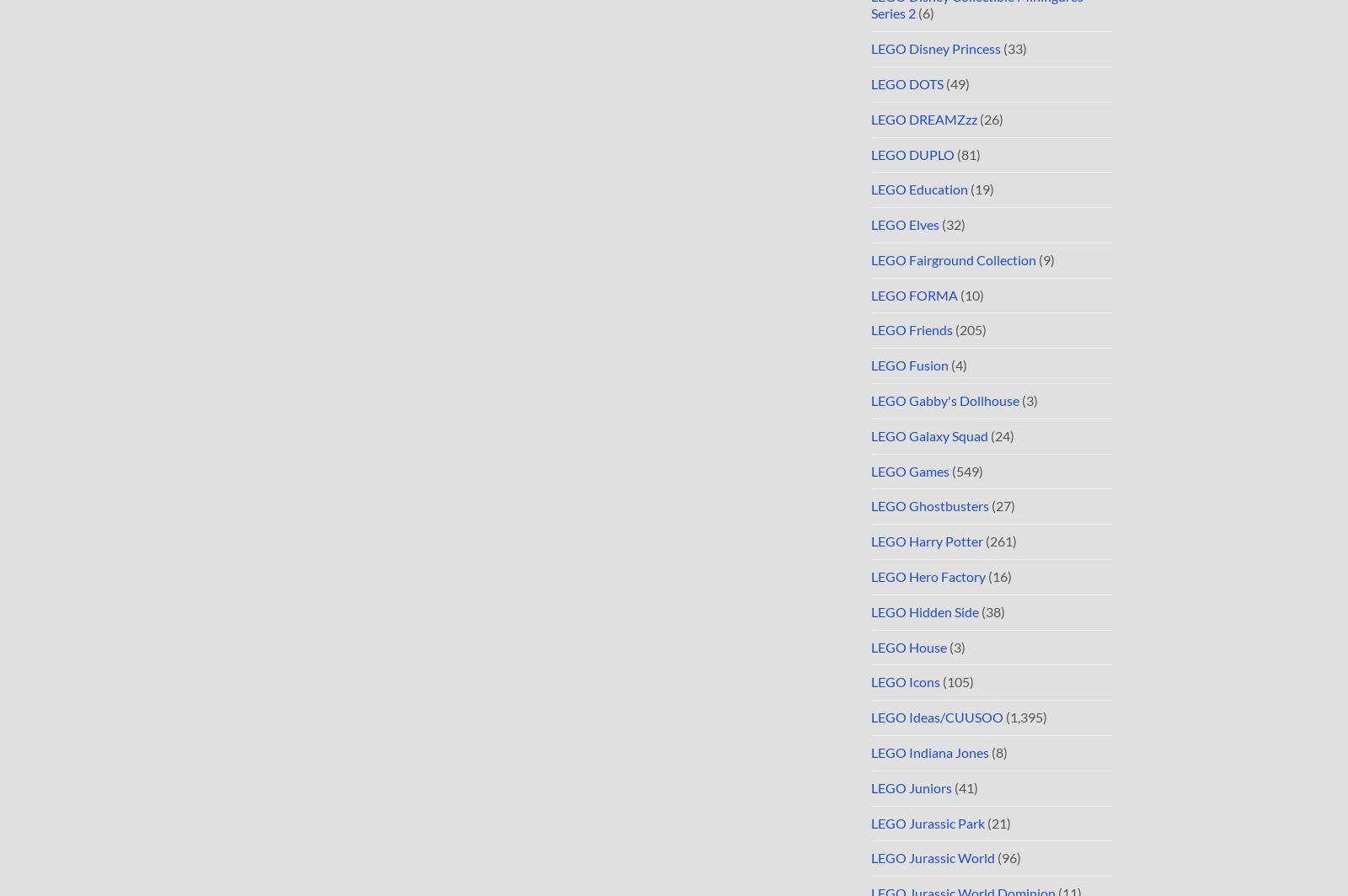 Image resolution: width=1348 pixels, height=896 pixels. Describe the element at coordinates (1002, 505) in the screenshot. I see `'(27)'` at that location.